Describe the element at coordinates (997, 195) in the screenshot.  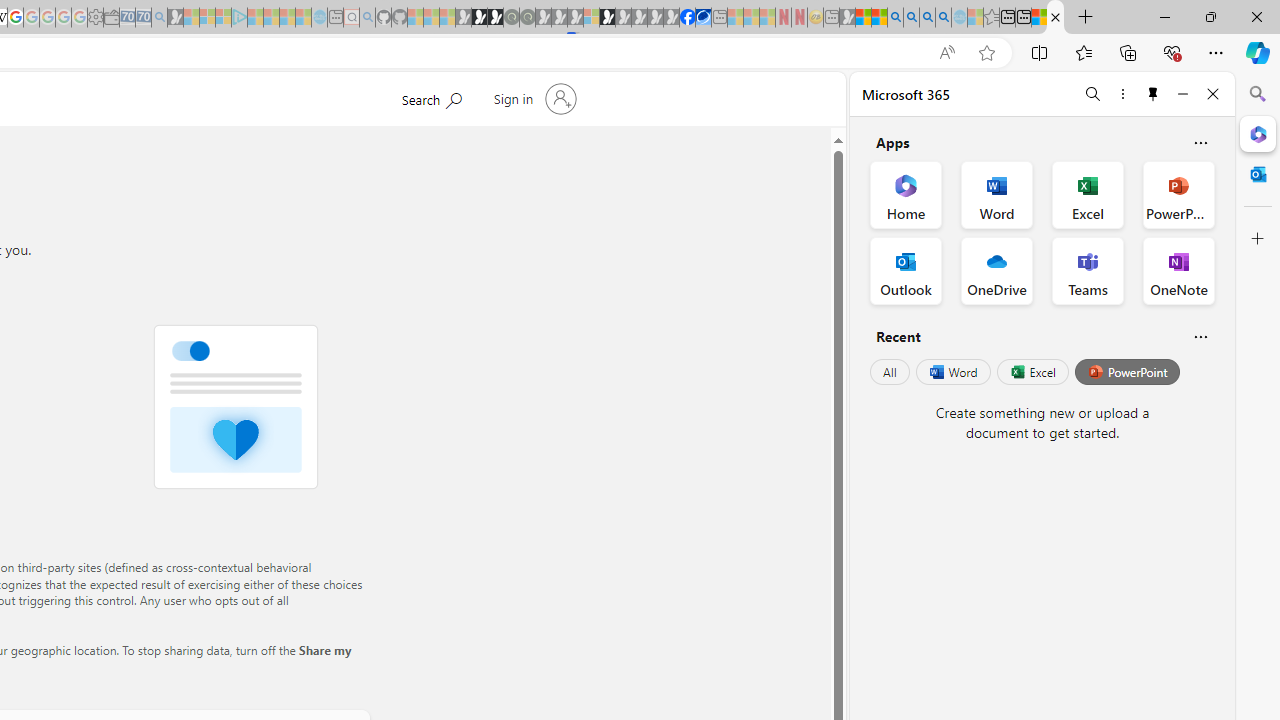
I see `'Word Office App'` at that location.